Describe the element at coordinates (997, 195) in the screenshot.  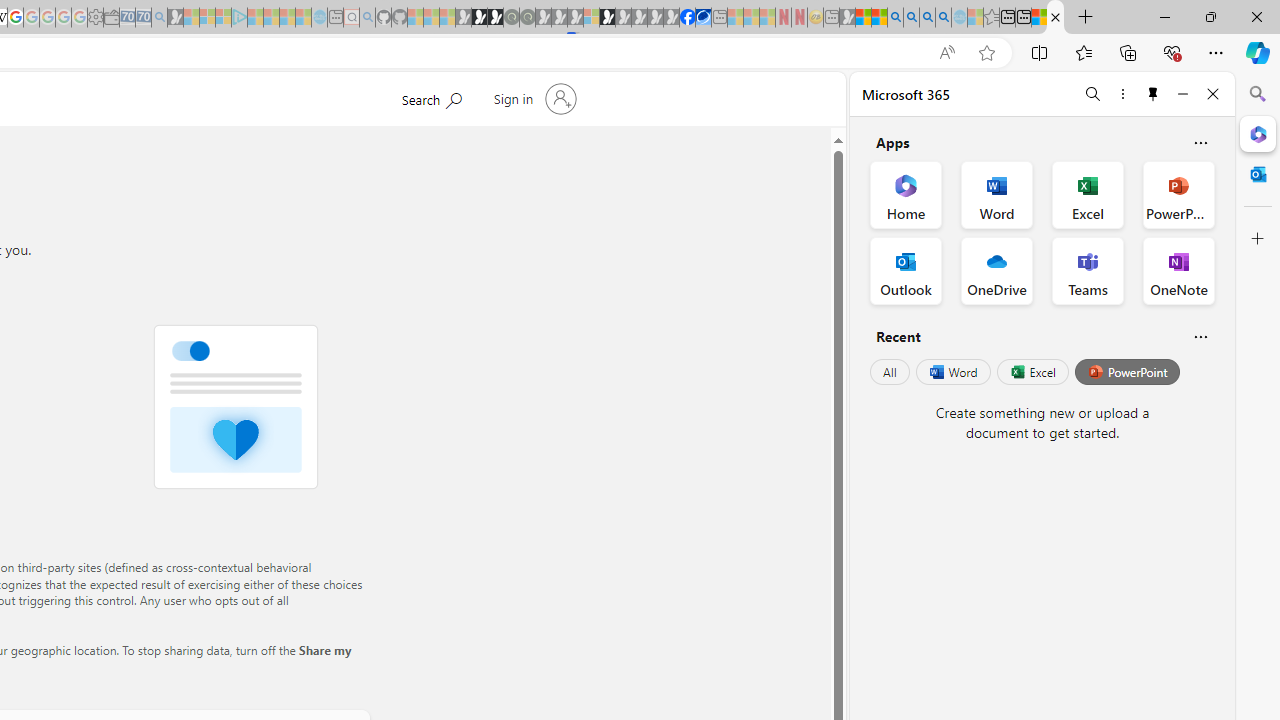
I see `'Word Office App'` at that location.